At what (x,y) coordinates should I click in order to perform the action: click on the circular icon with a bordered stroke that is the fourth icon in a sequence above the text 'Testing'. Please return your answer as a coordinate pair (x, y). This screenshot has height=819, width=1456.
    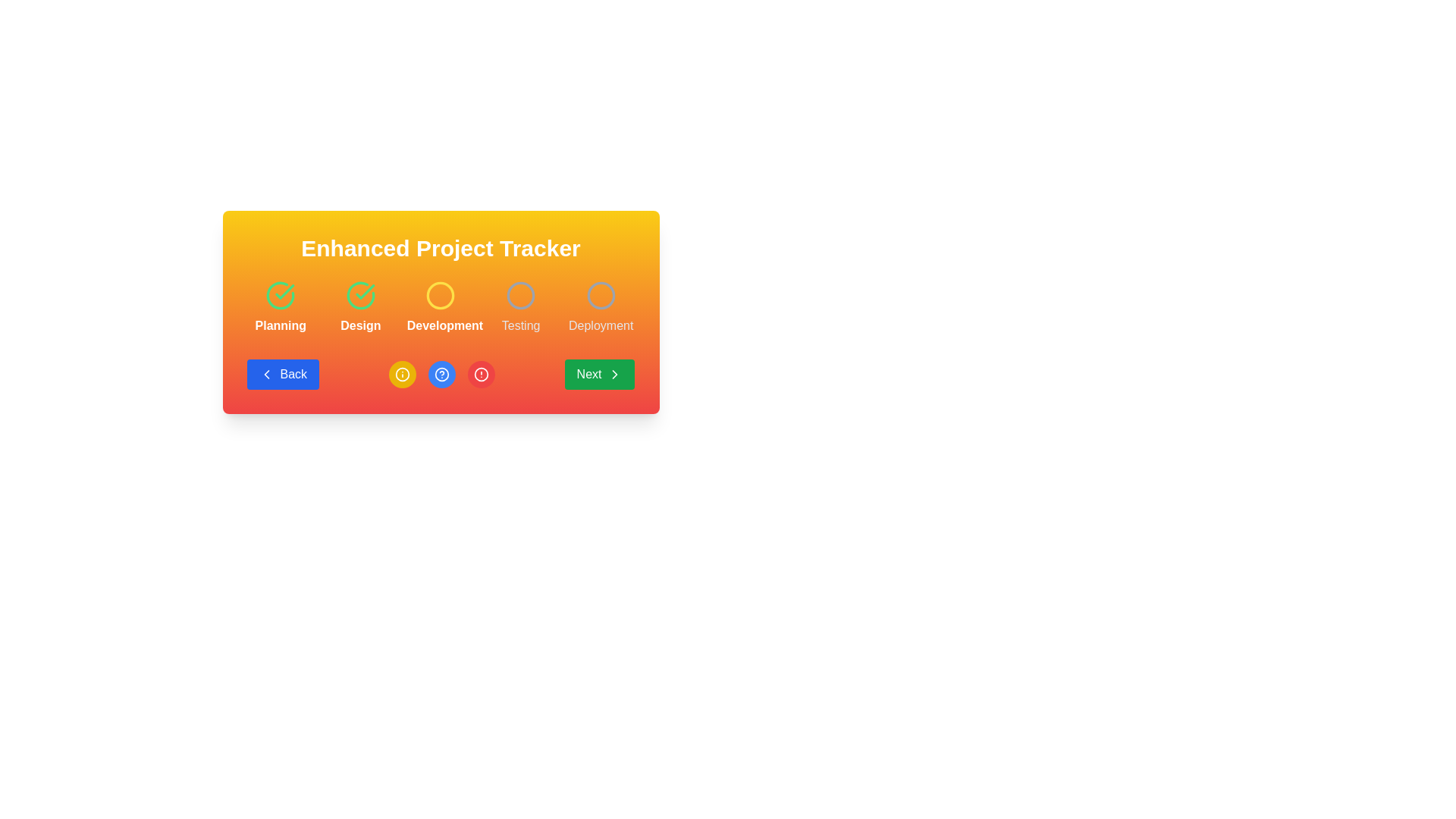
    Looking at the image, I should click on (521, 295).